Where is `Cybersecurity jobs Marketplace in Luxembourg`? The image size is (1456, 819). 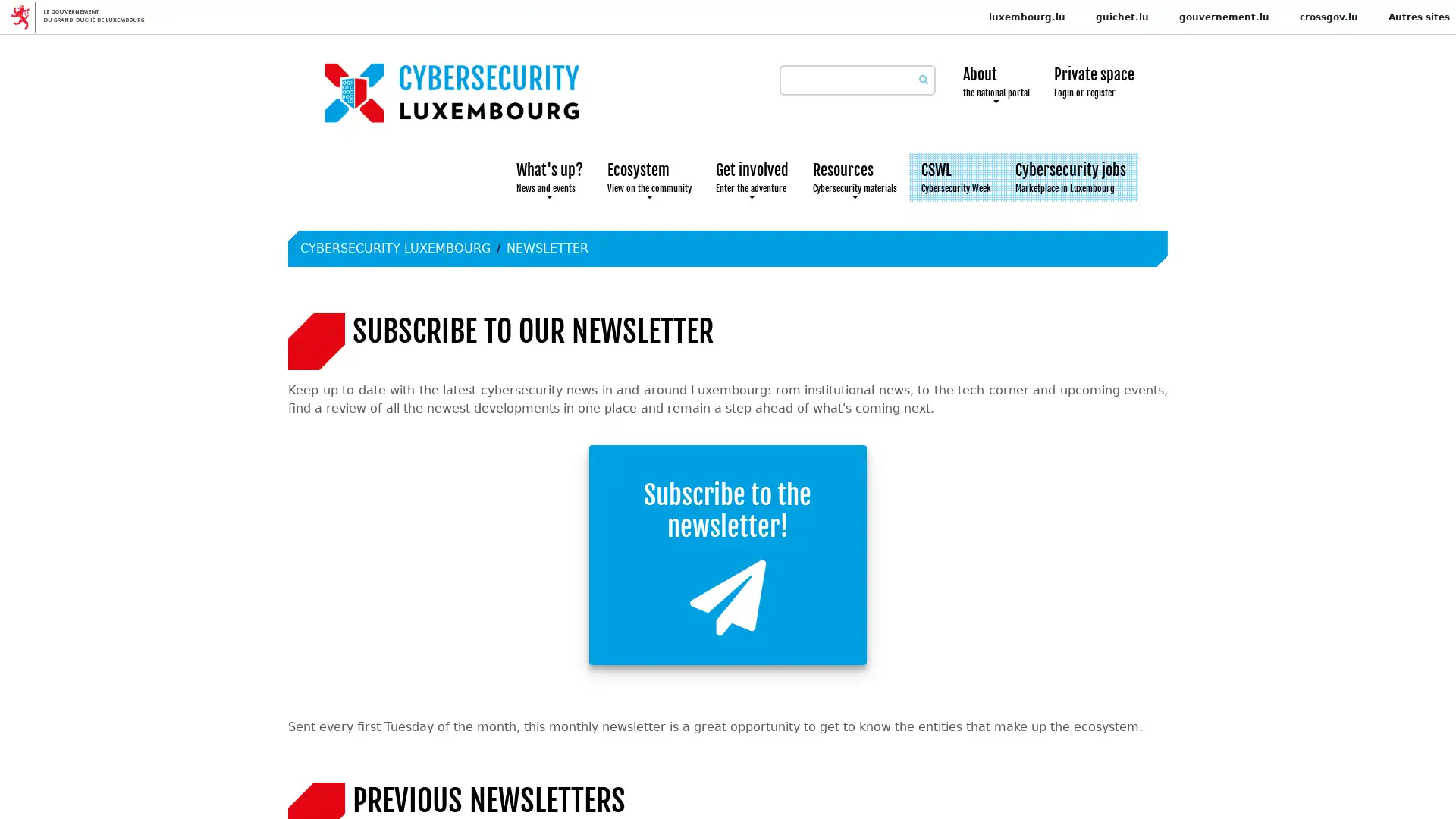 Cybersecurity jobs Marketplace in Luxembourg is located at coordinates (1069, 177).